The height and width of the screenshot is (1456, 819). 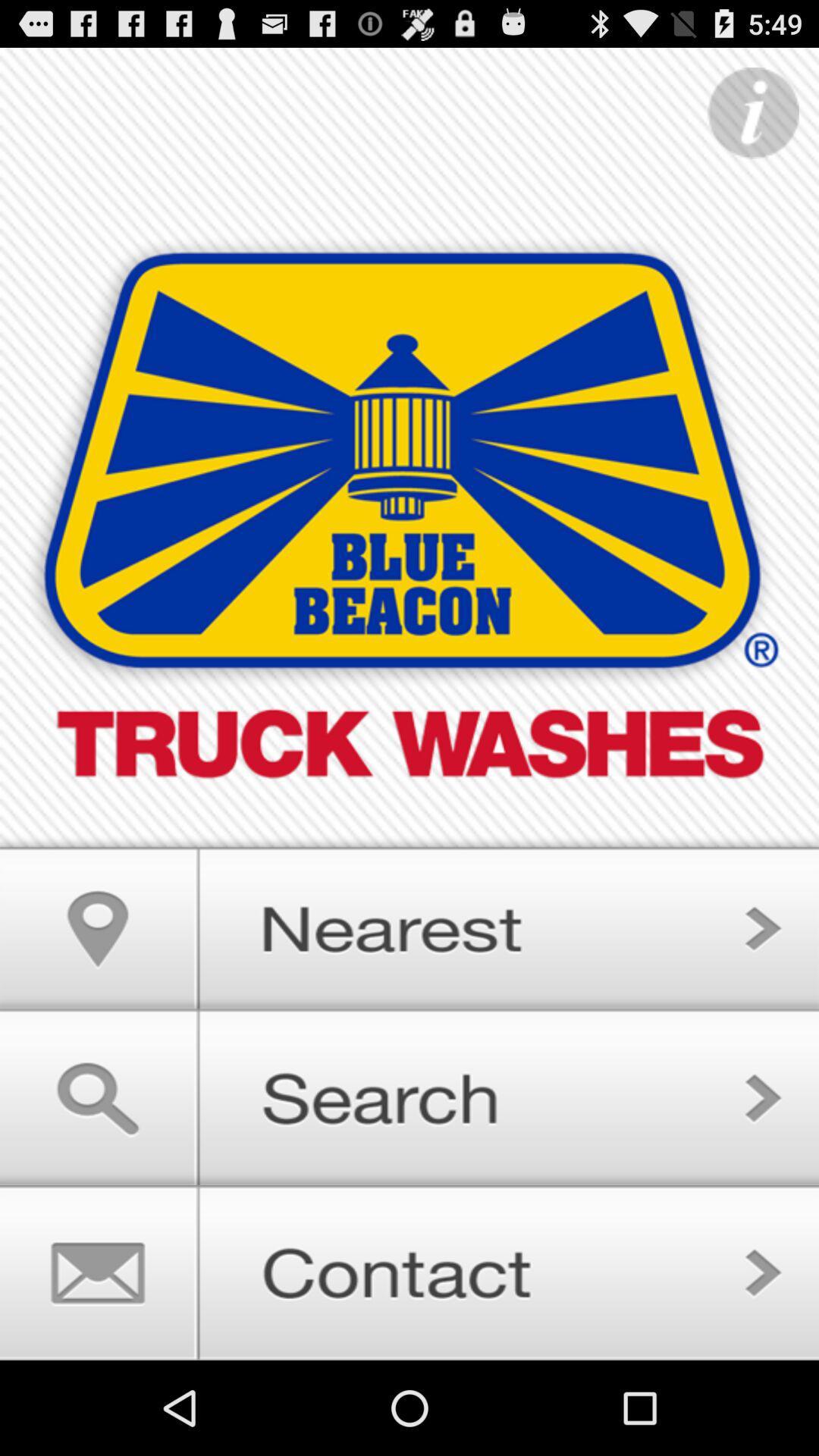 I want to click on the info icon, so click(x=753, y=121).